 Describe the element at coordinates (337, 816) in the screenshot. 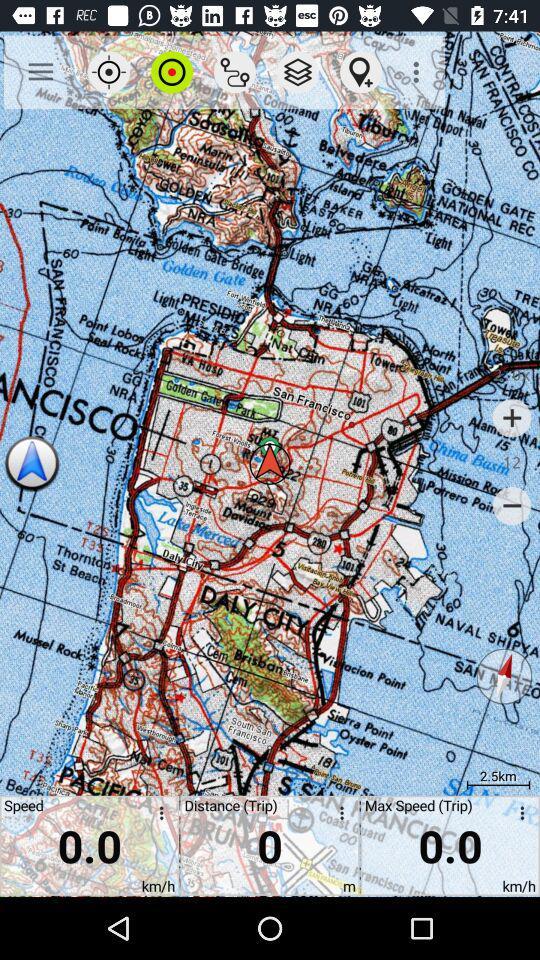

I see `the more icon` at that location.